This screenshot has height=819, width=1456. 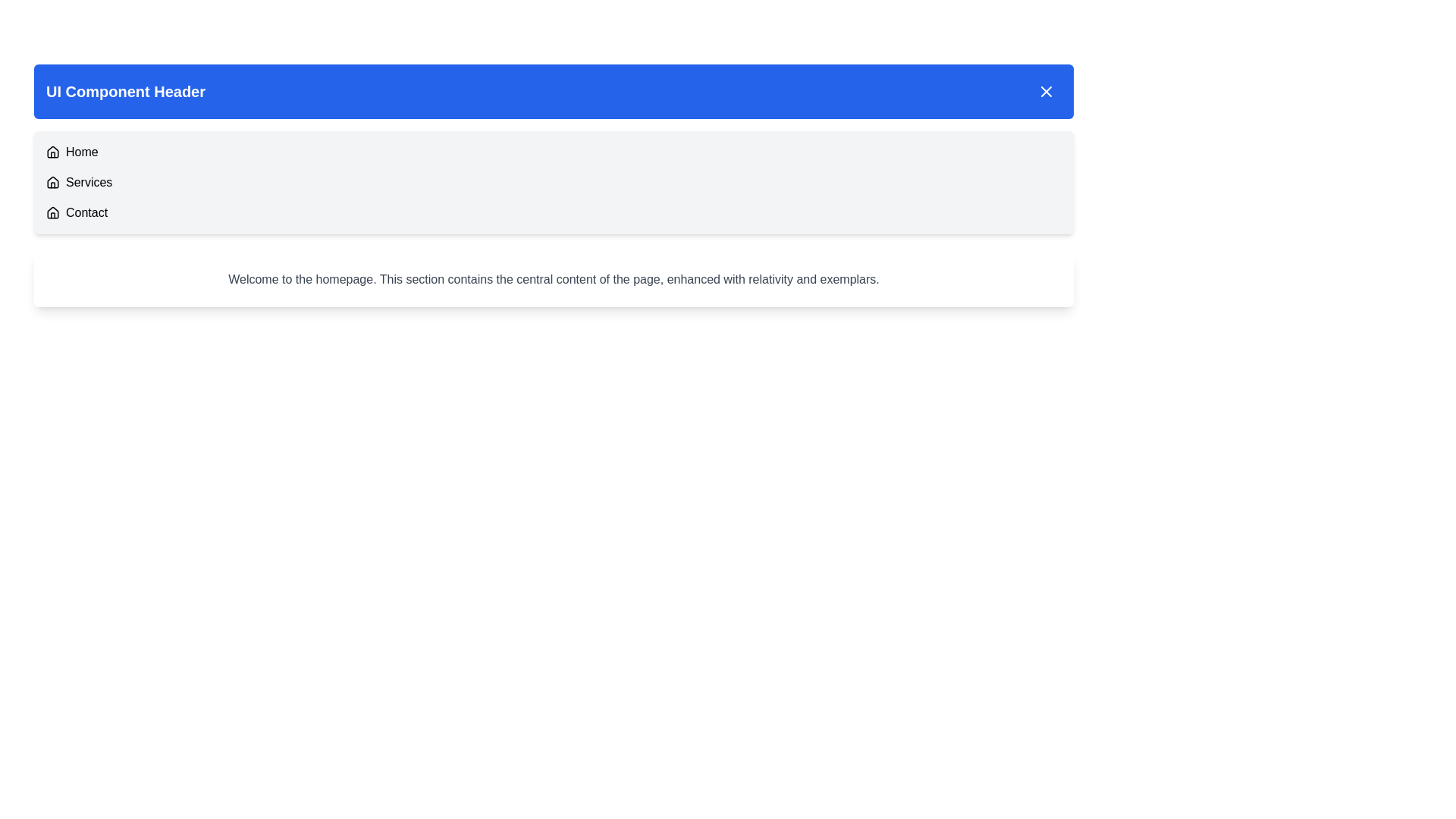 What do you see at coordinates (53, 213) in the screenshot?
I see `the house icon in the navigation menu, which is located to the left of the 'Contact' label text` at bounding box center [53, 213].